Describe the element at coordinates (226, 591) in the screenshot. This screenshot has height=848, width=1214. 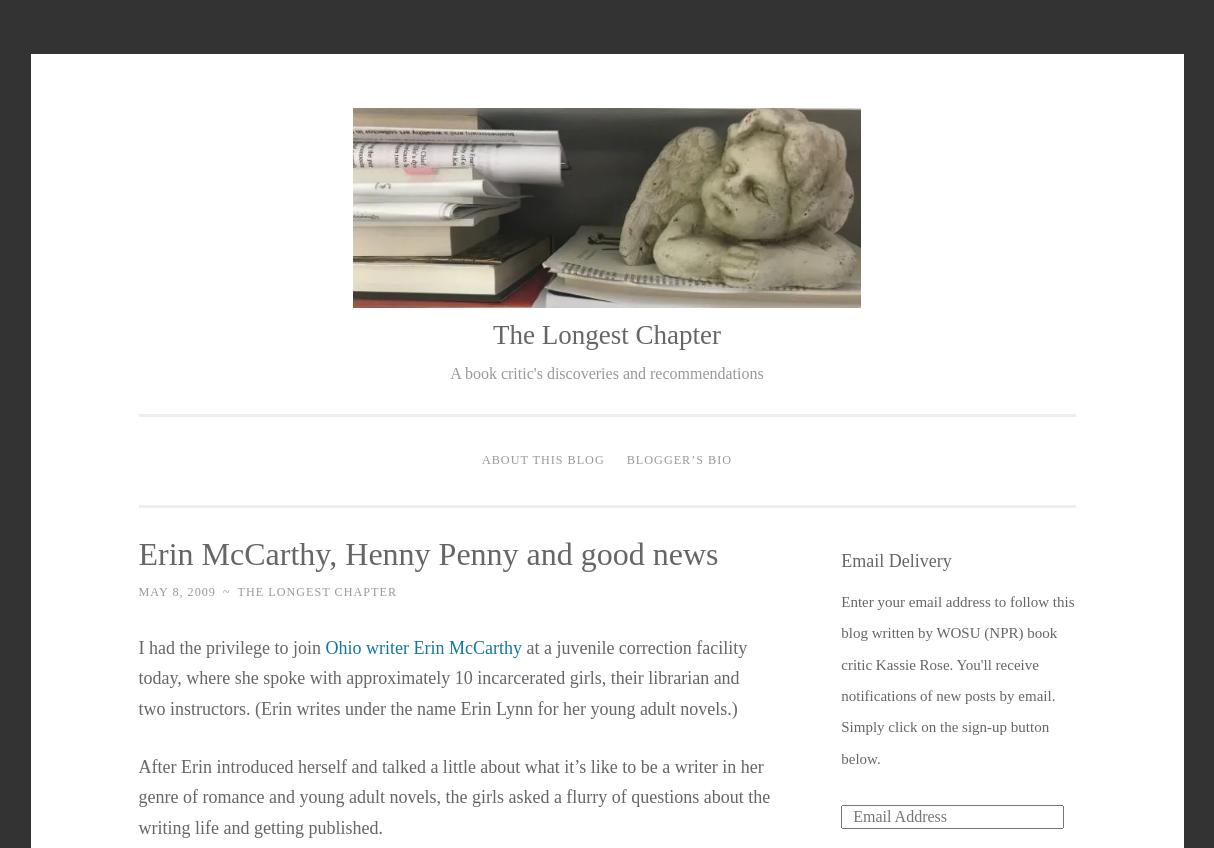
I see `'~'` at that location.